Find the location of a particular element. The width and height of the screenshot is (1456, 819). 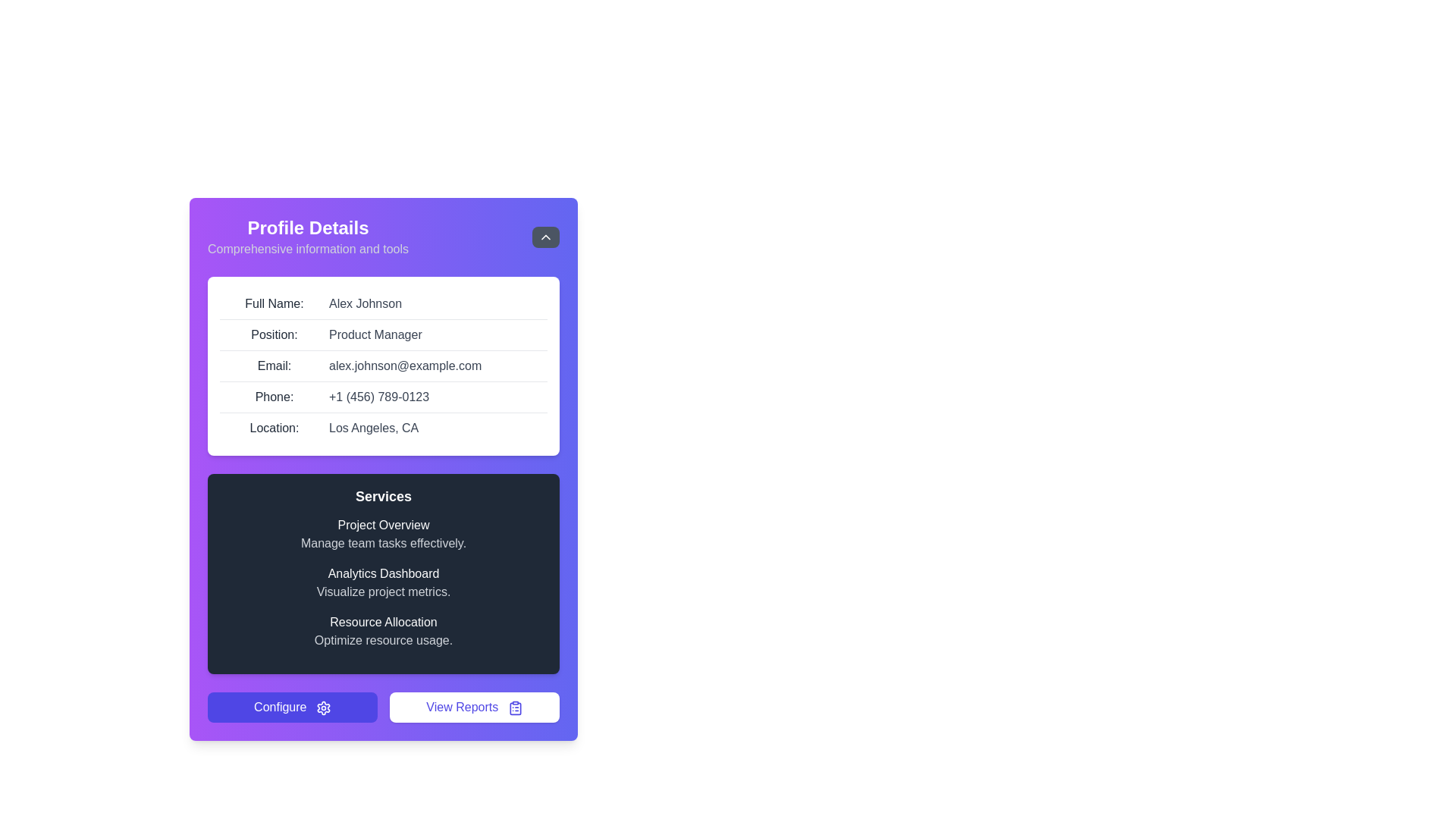

the 'Project Overview' text label, which is styled with a bold white font on a dark background and is located directly below the 'Services' heading in the bottom section of the interface is located at coordinates (383, 525).